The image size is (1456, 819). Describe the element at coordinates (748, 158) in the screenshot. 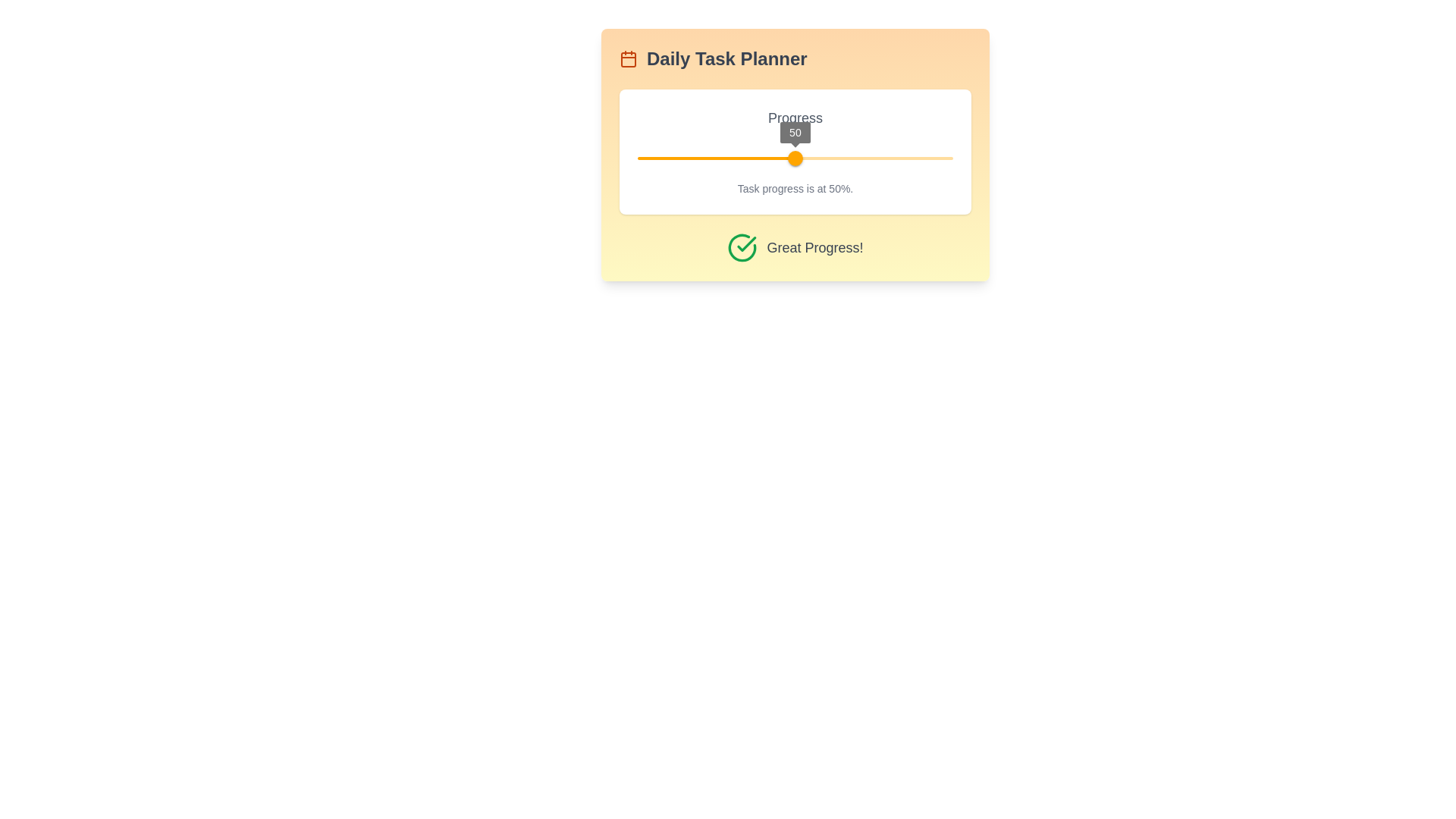

I see `the progress value` at that location.